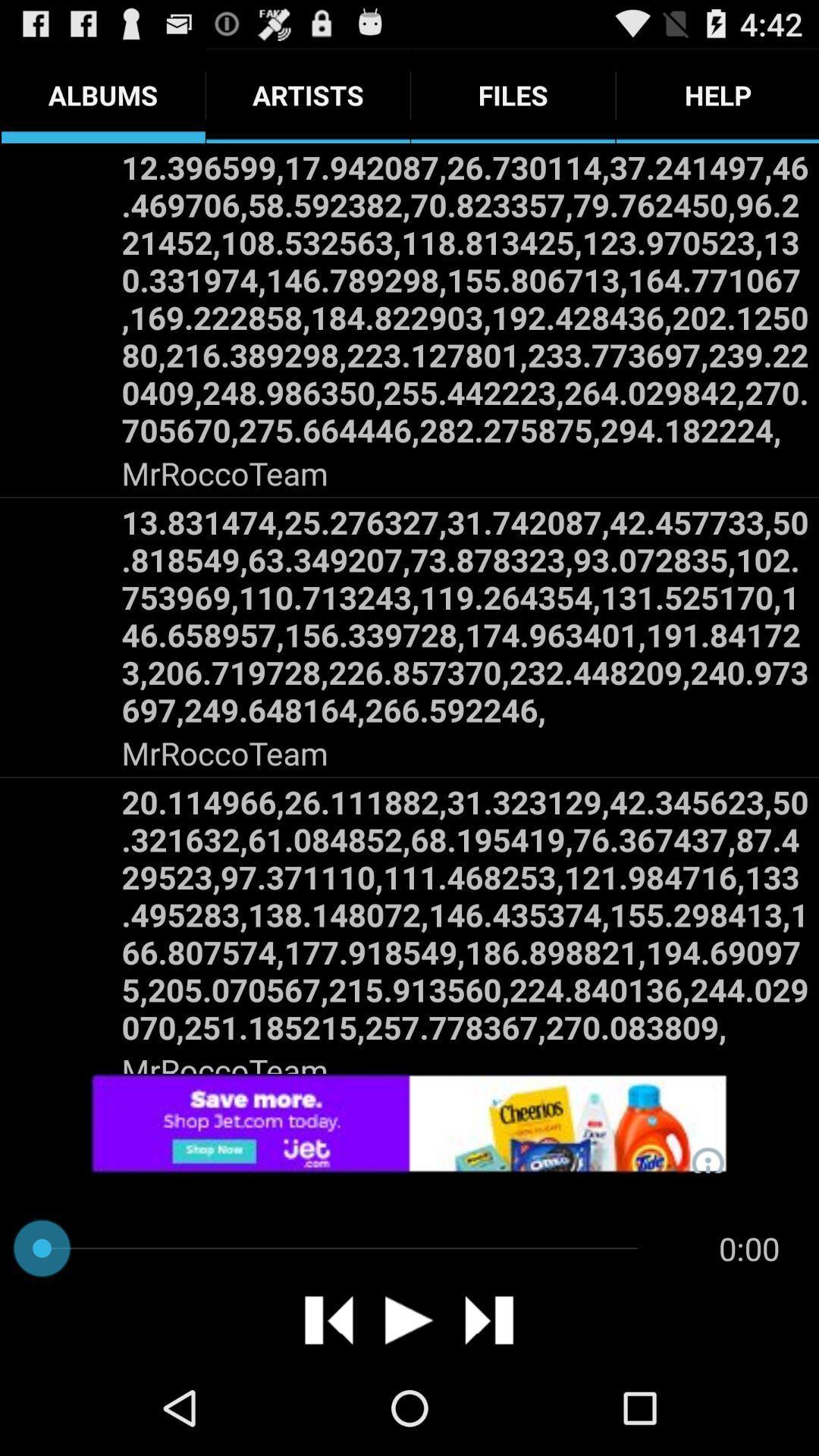 This screenshot has width=819, height=1456. What do you see at coordinates (489, 1412) in the screenshot?
I see `the skip_next icon` at bounding box center [489, 1412].